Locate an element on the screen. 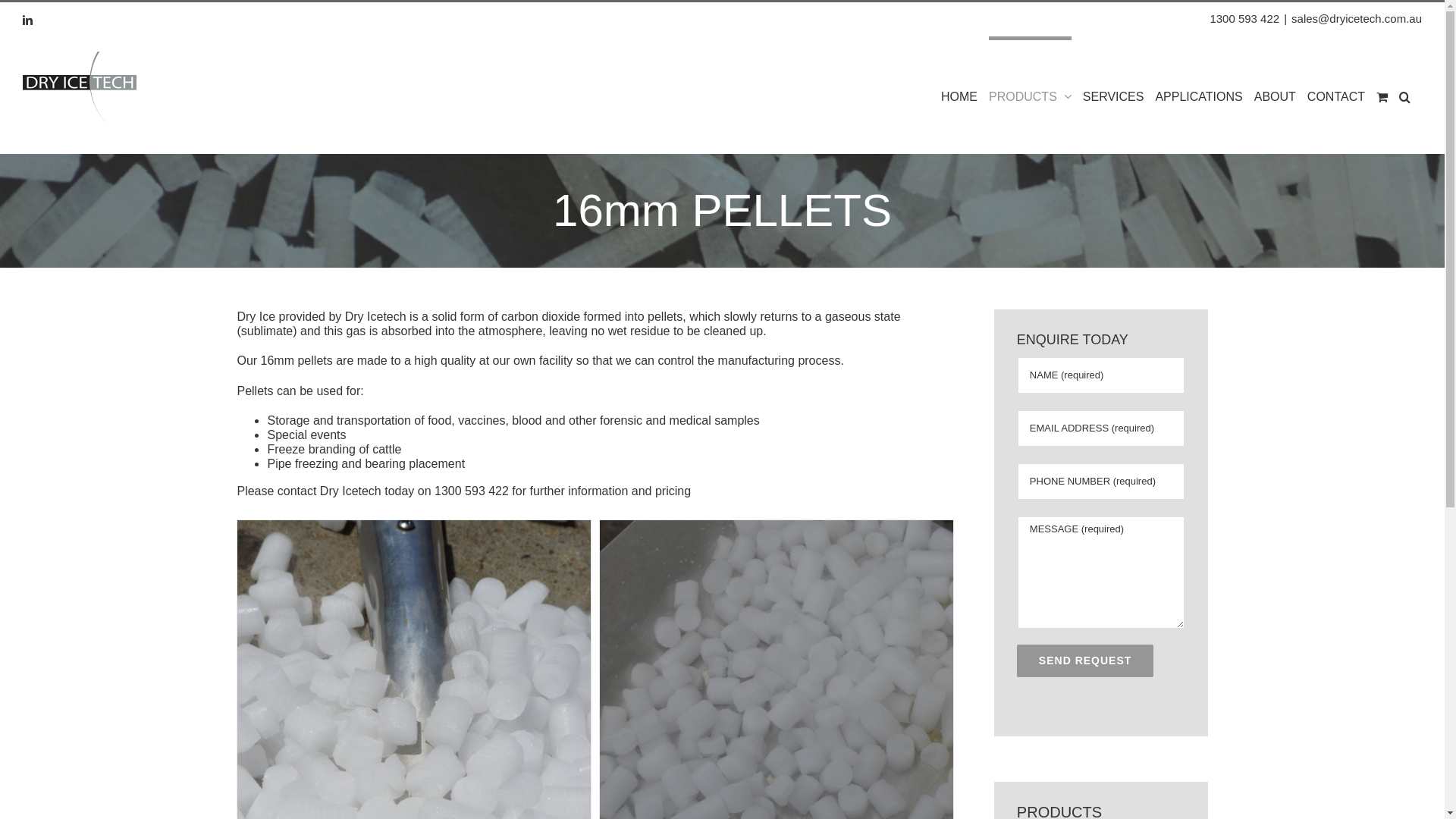 This screenshot has height=819, width=1456. 'sales@dryicetech.com.au' is located at coordinates (1357, 18).